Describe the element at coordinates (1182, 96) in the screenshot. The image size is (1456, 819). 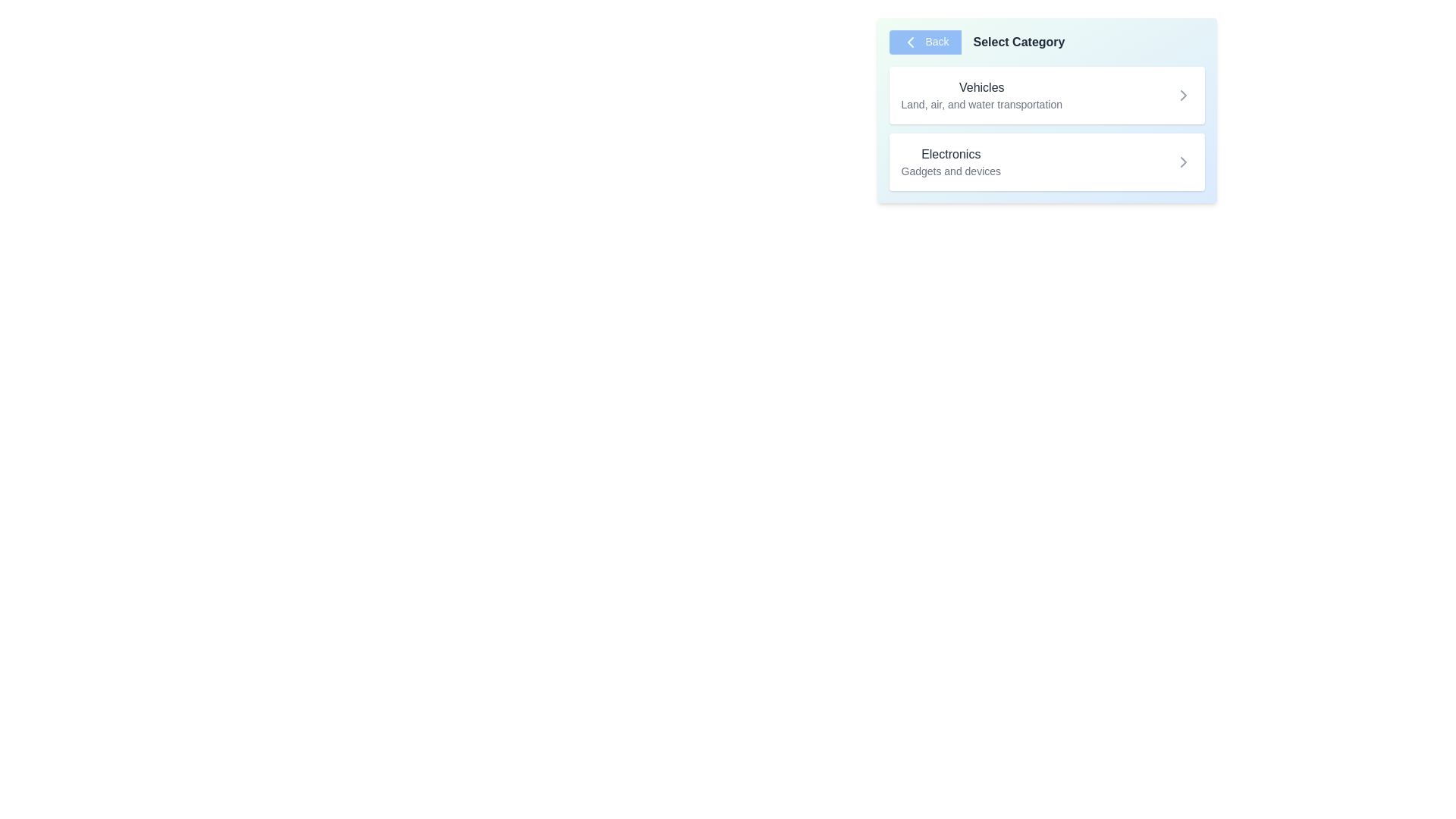
I see `the right-pointing chevron icon located at the far-right side of the 'Vehicles' card, specifically to the right of the subtitle 'Land, air, and water transportation', for visual feedback` at that location.